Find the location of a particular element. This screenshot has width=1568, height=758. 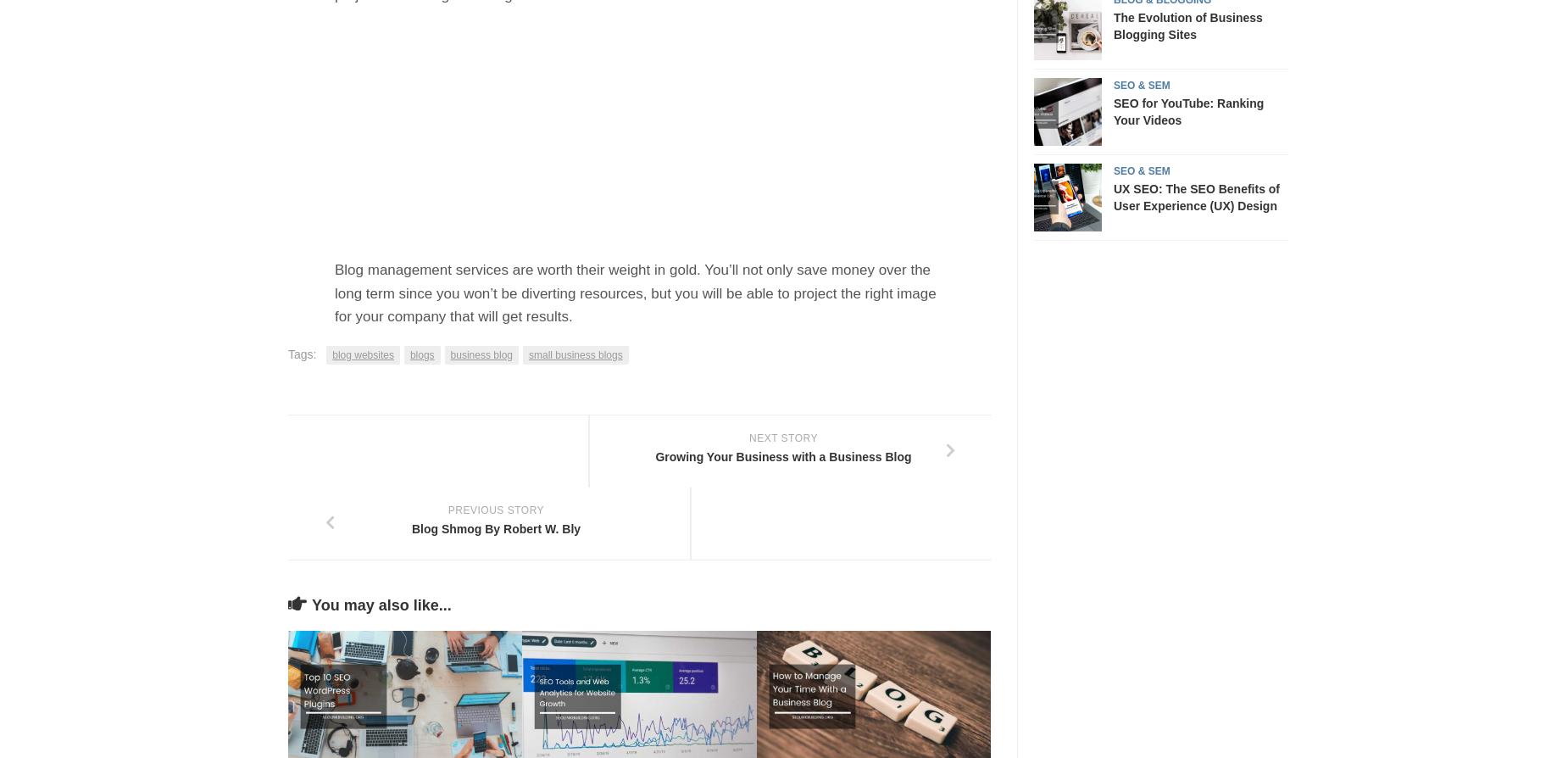

'Blog Shmog By Robert W. Bly' is located at coordinates (495, 529).